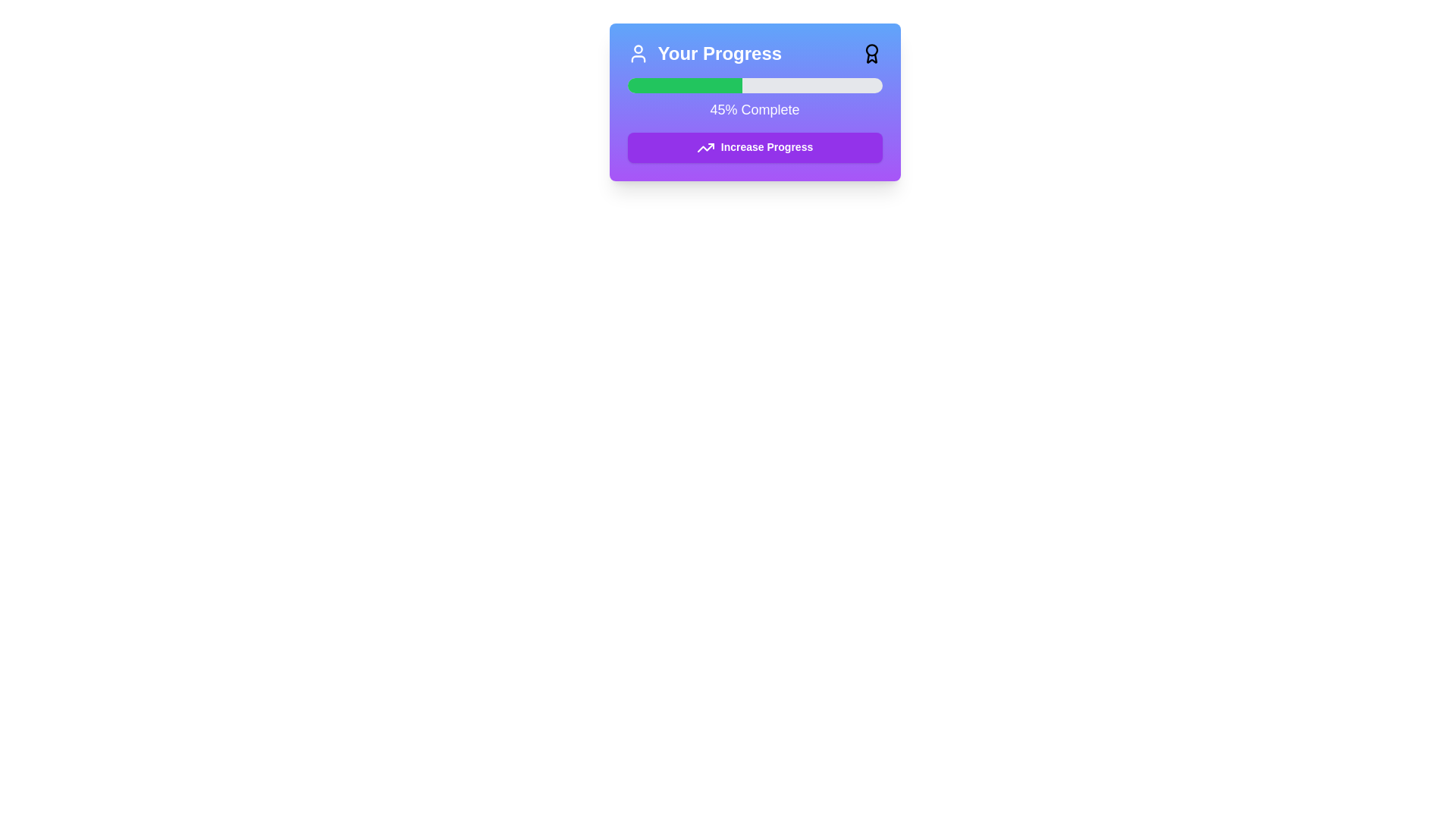  I want to click on the text display with icon that serves as a header for user progress tracking, located centrally within a blue gradient box at the top of the interface, so click(704, 52).